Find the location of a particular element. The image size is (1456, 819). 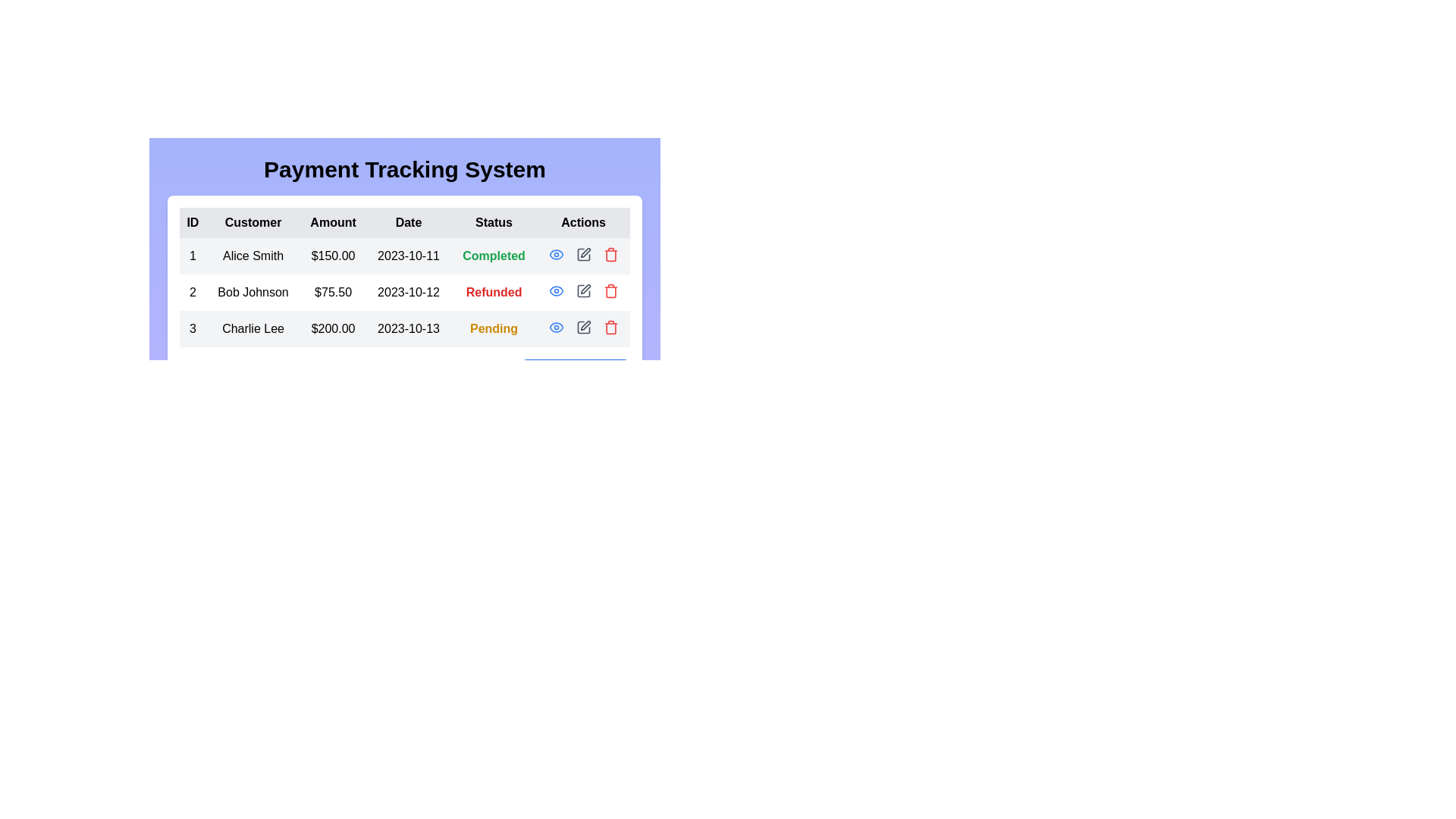

the Text label that identifies the unique ID of the record for 'Charlie Lee' in the payment tracking system, located in the first column of the table under the 'ID' header is located at coordinates (192, 328).